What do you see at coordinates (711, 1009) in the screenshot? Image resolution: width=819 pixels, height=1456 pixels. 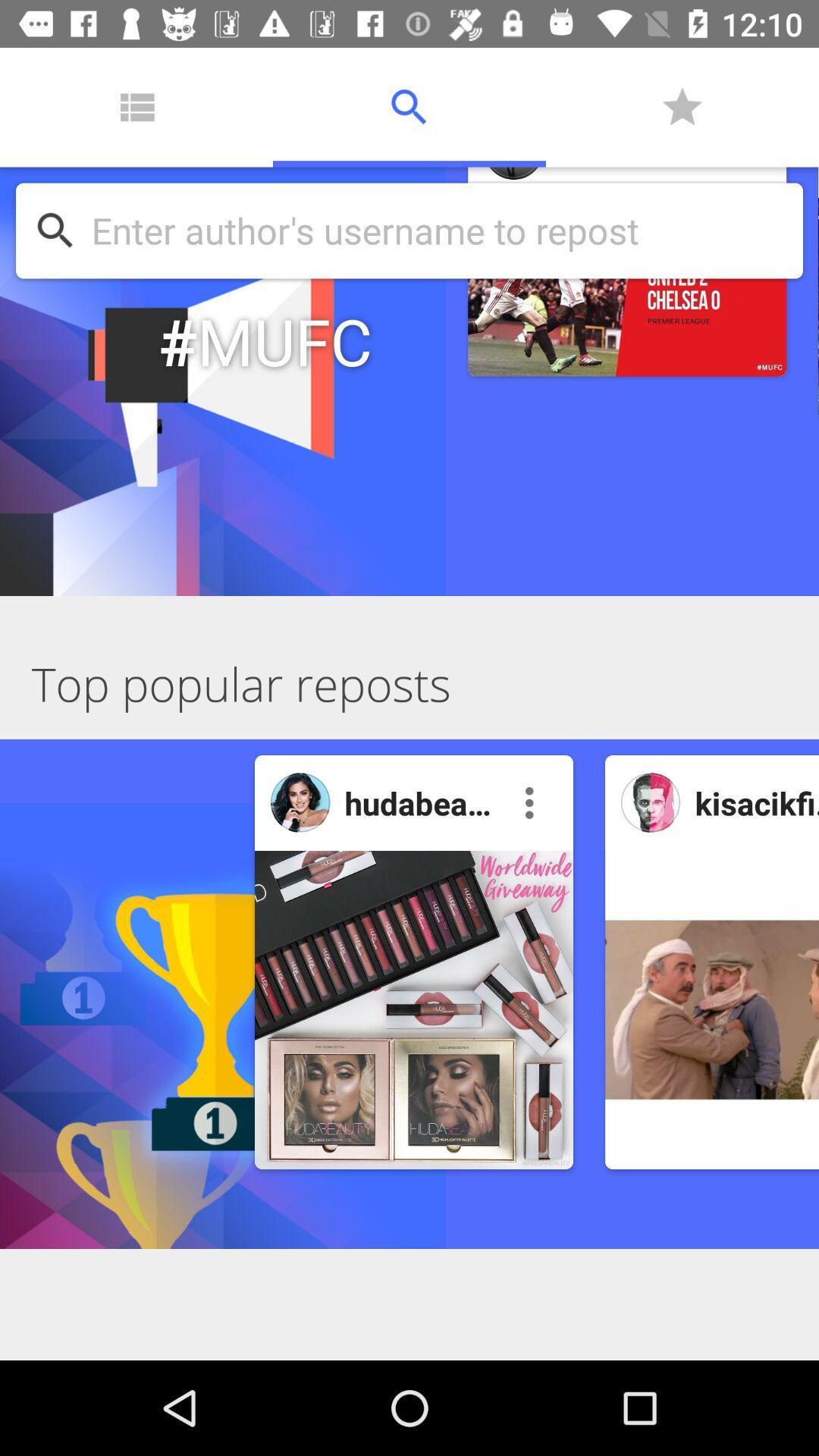 I see `open` at bounding box center [711, 1009].